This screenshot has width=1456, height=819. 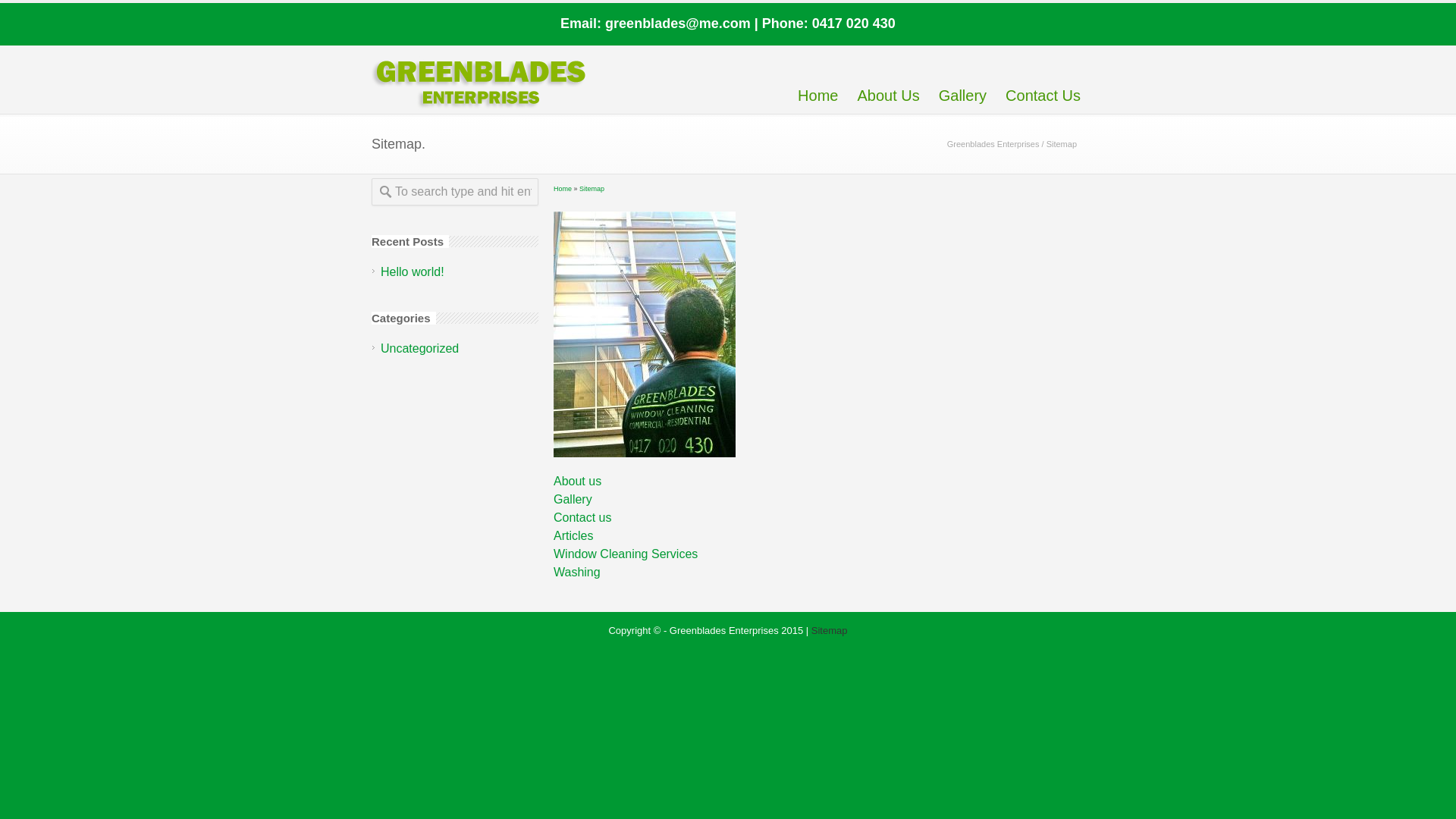 What do you see at coordinates (412, 271) in the screenshot?
I see `'Hello world!'` at bounding box center [412, 271].